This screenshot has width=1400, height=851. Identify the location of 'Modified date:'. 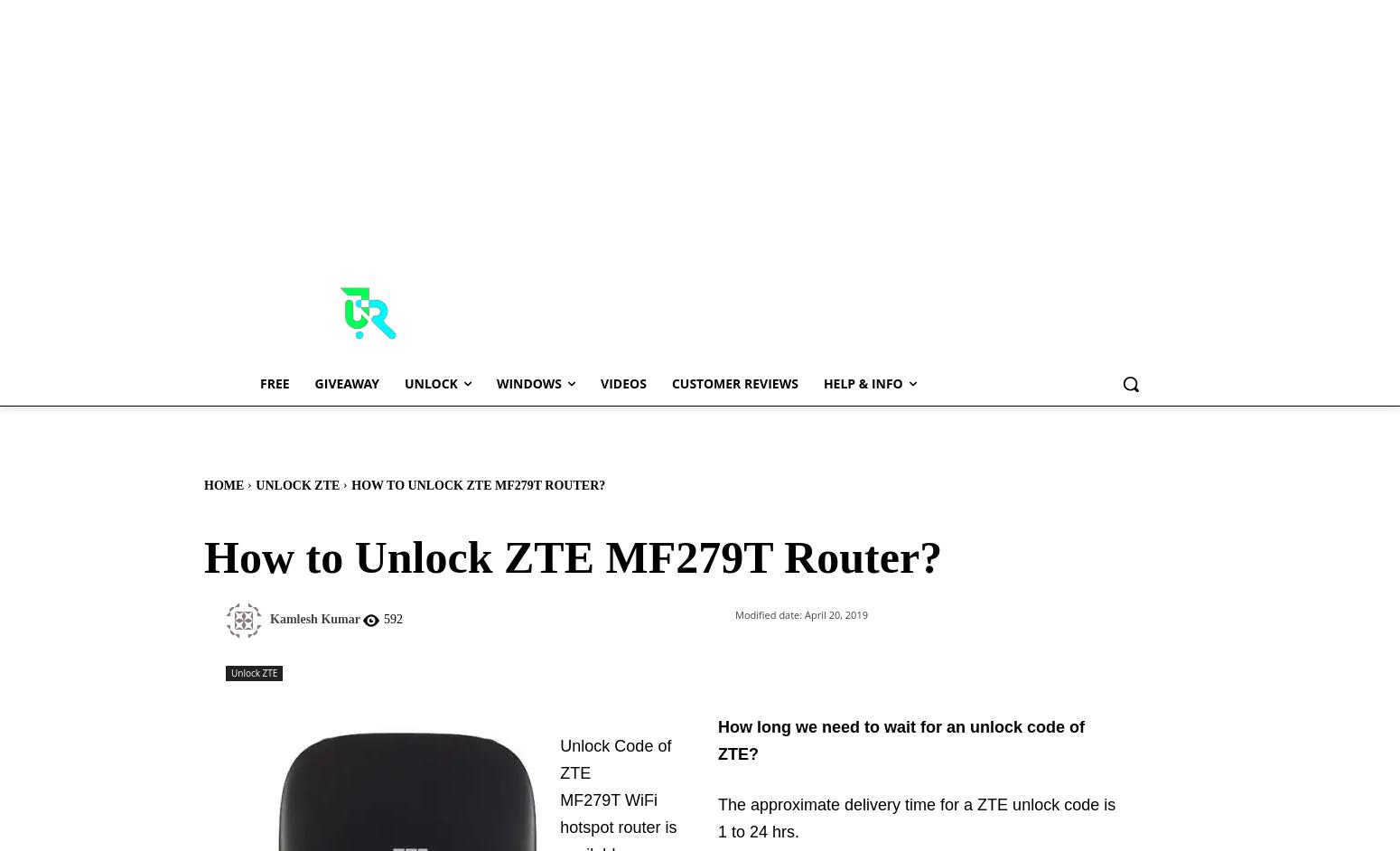
(767, 613).